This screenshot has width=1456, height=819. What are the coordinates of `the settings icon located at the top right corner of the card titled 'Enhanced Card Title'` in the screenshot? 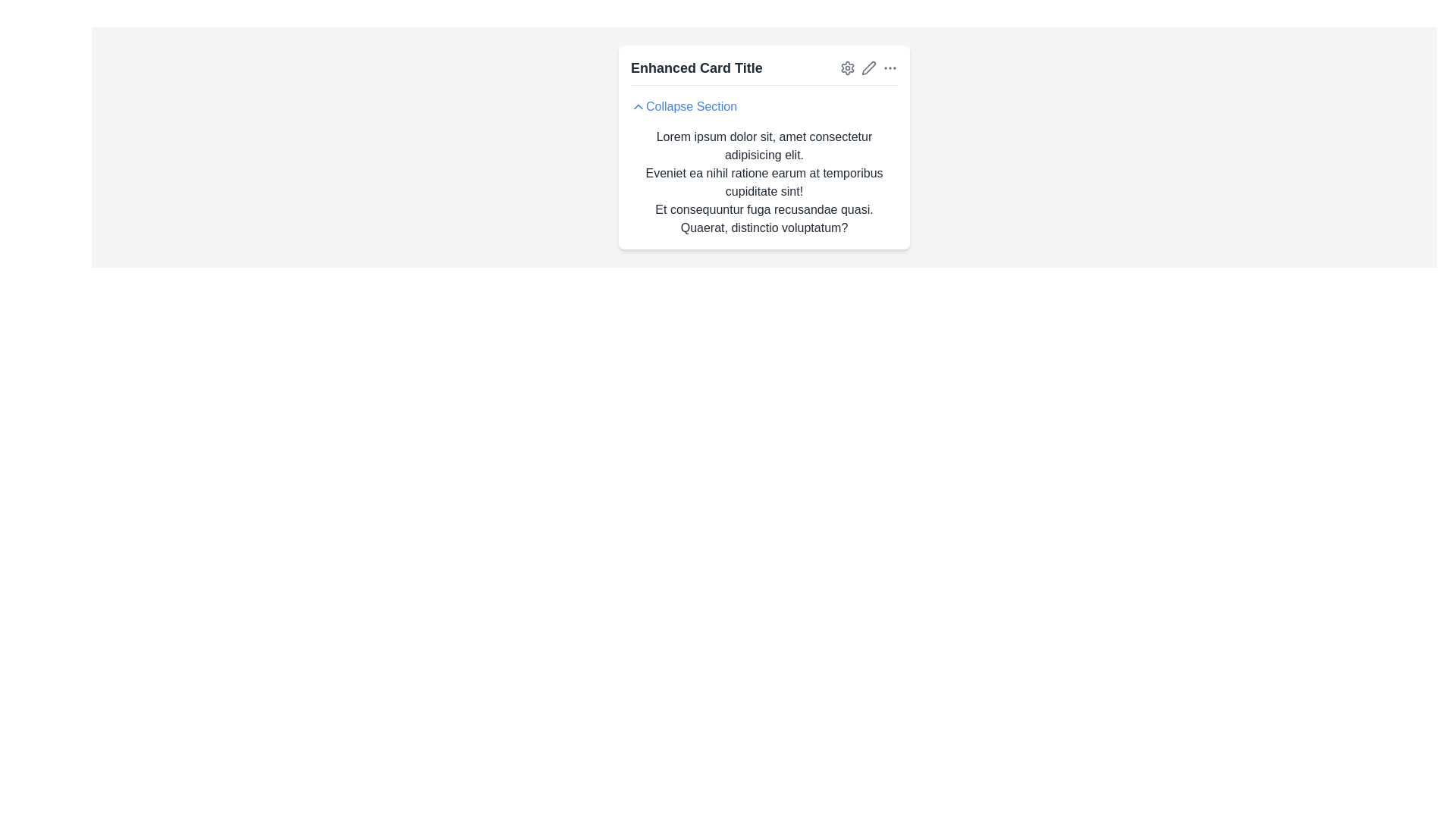 It's located at (847, 67).